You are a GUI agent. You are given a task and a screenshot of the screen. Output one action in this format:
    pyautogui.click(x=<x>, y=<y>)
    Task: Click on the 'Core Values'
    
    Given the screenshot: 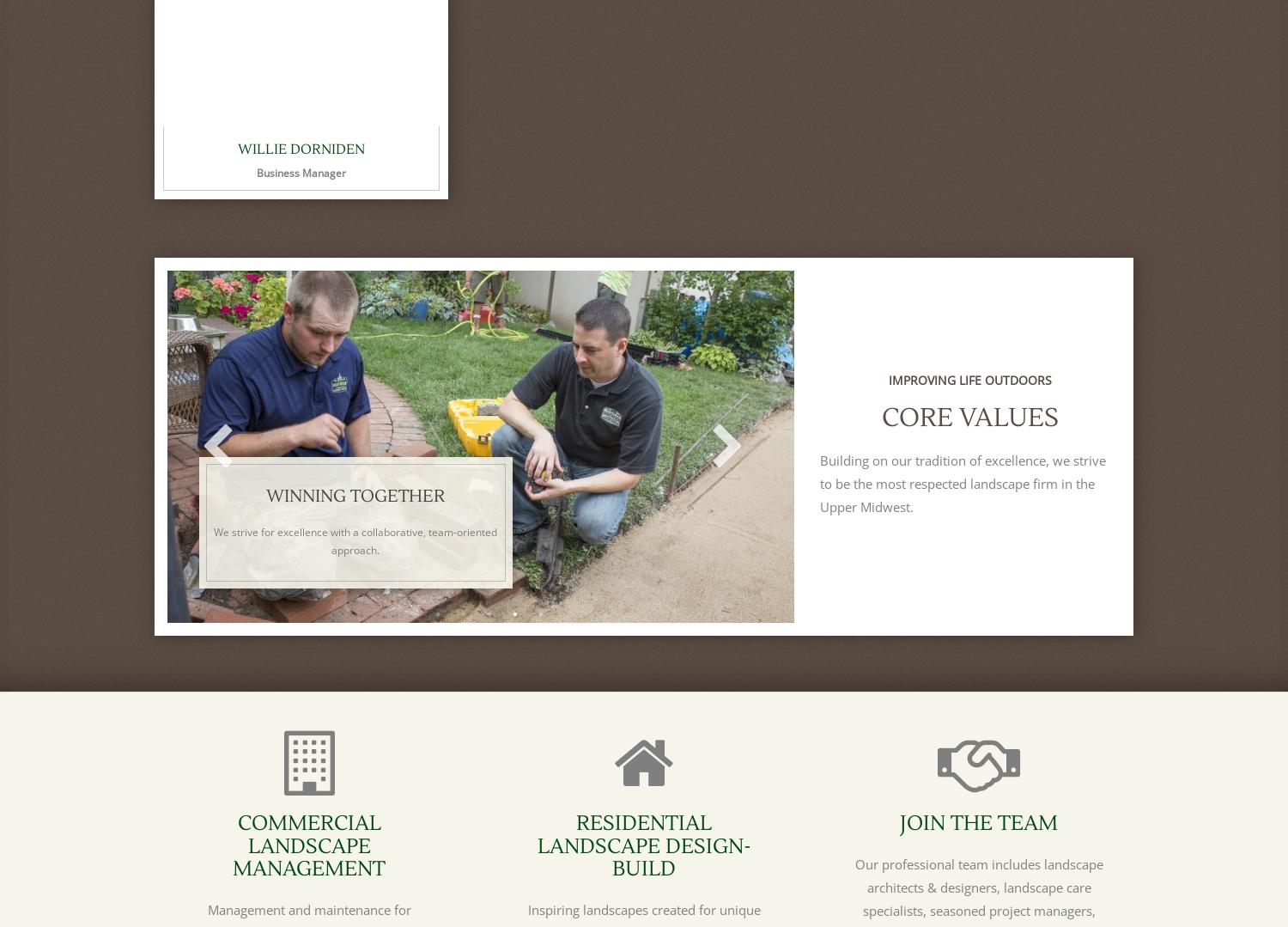 What is the action you would take?
    pyautogui.click(x=969, y=417)
    